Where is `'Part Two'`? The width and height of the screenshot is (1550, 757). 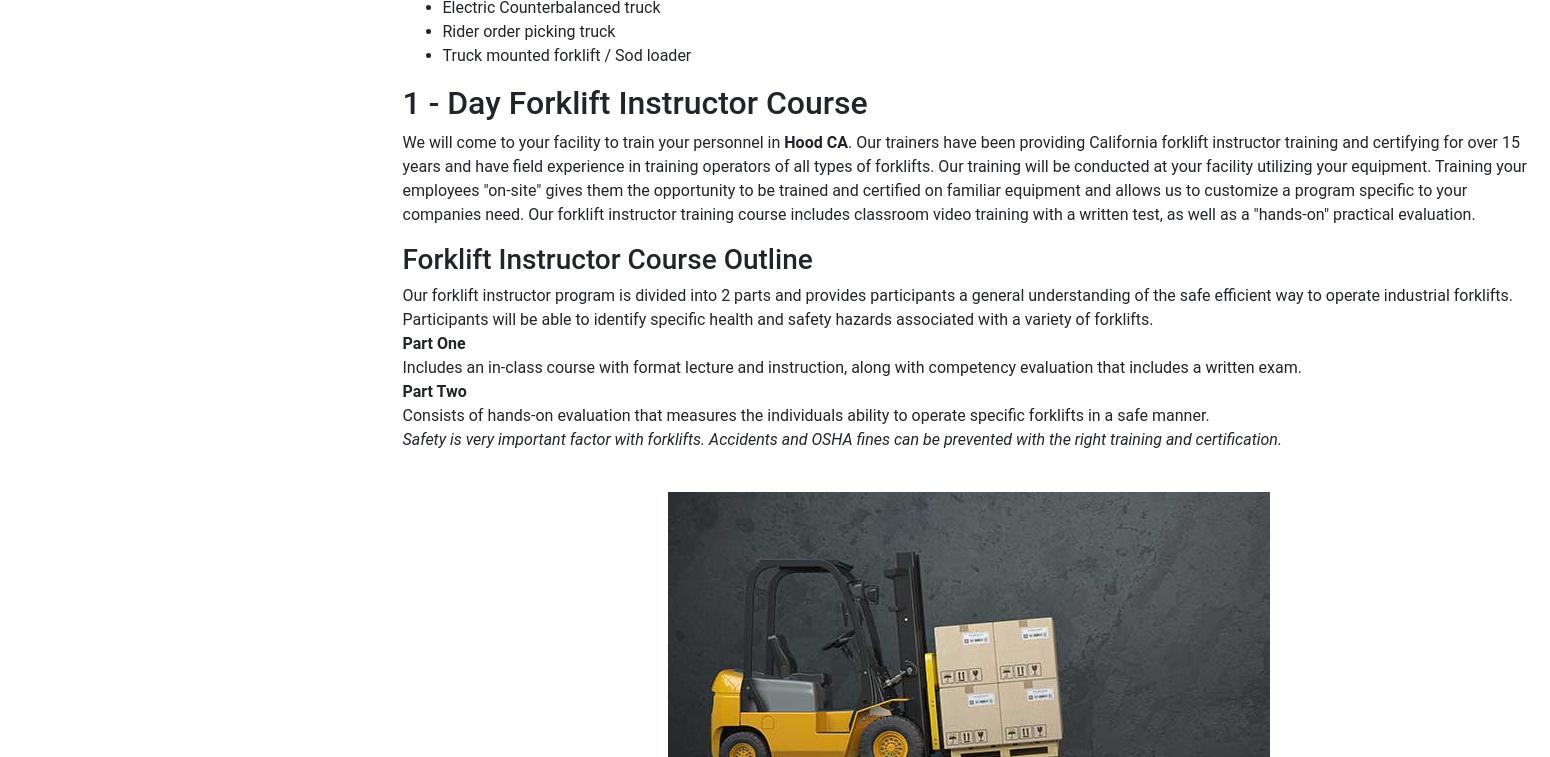
'Part Two' is located at coordinates (434, 391).